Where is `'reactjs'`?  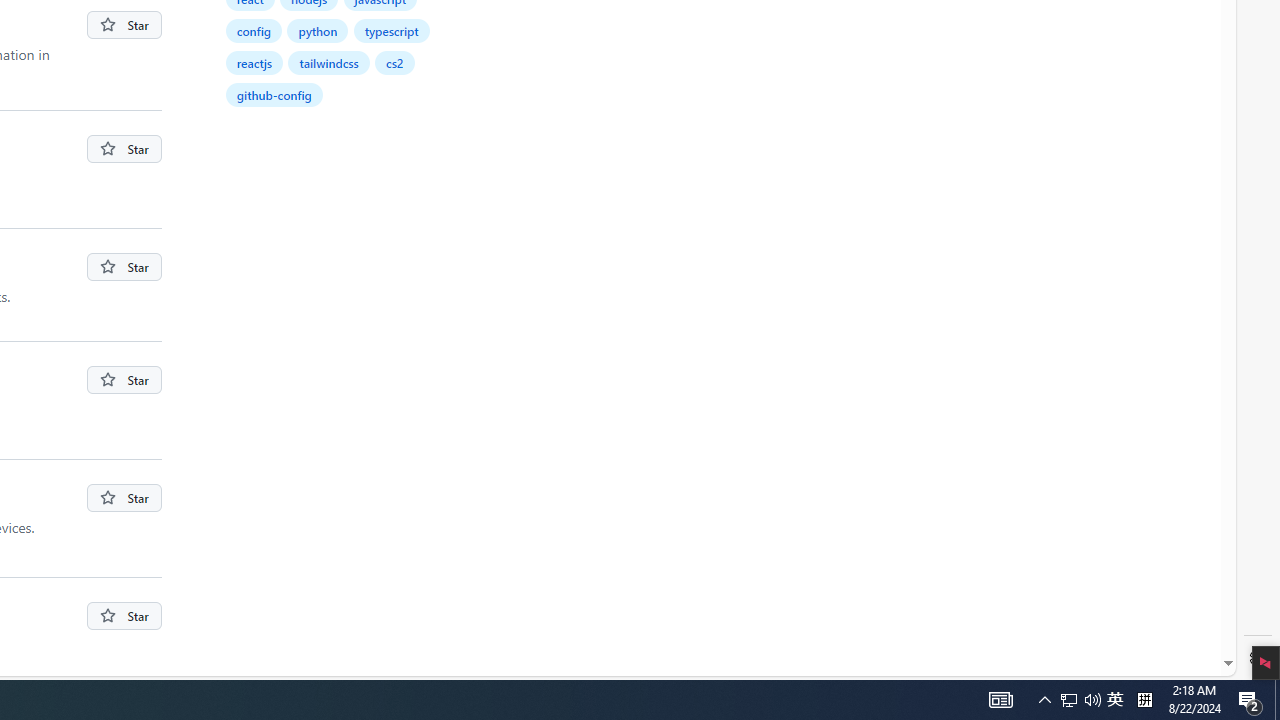
'reactjs' is located at coordinates (254, 61).